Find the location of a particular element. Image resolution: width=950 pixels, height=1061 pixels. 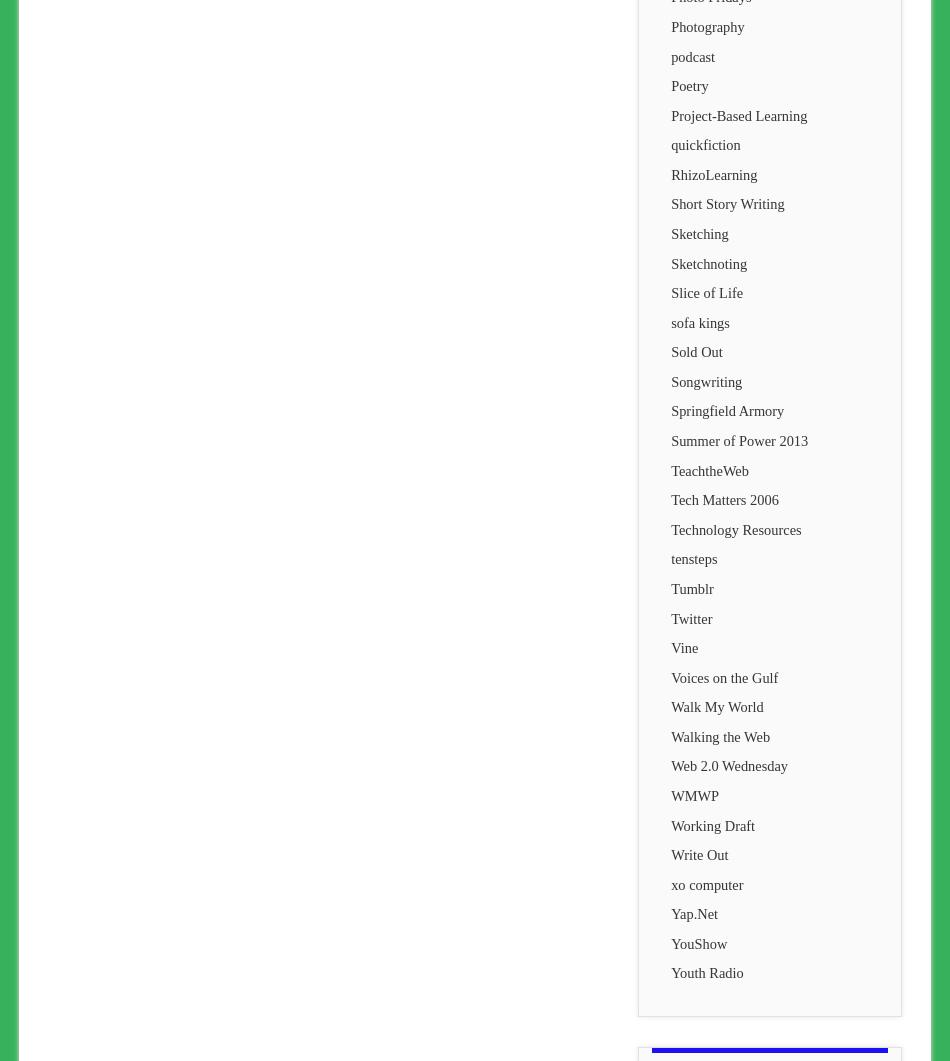

'Voices on the Gulf' is located at coordinates (723, 676).